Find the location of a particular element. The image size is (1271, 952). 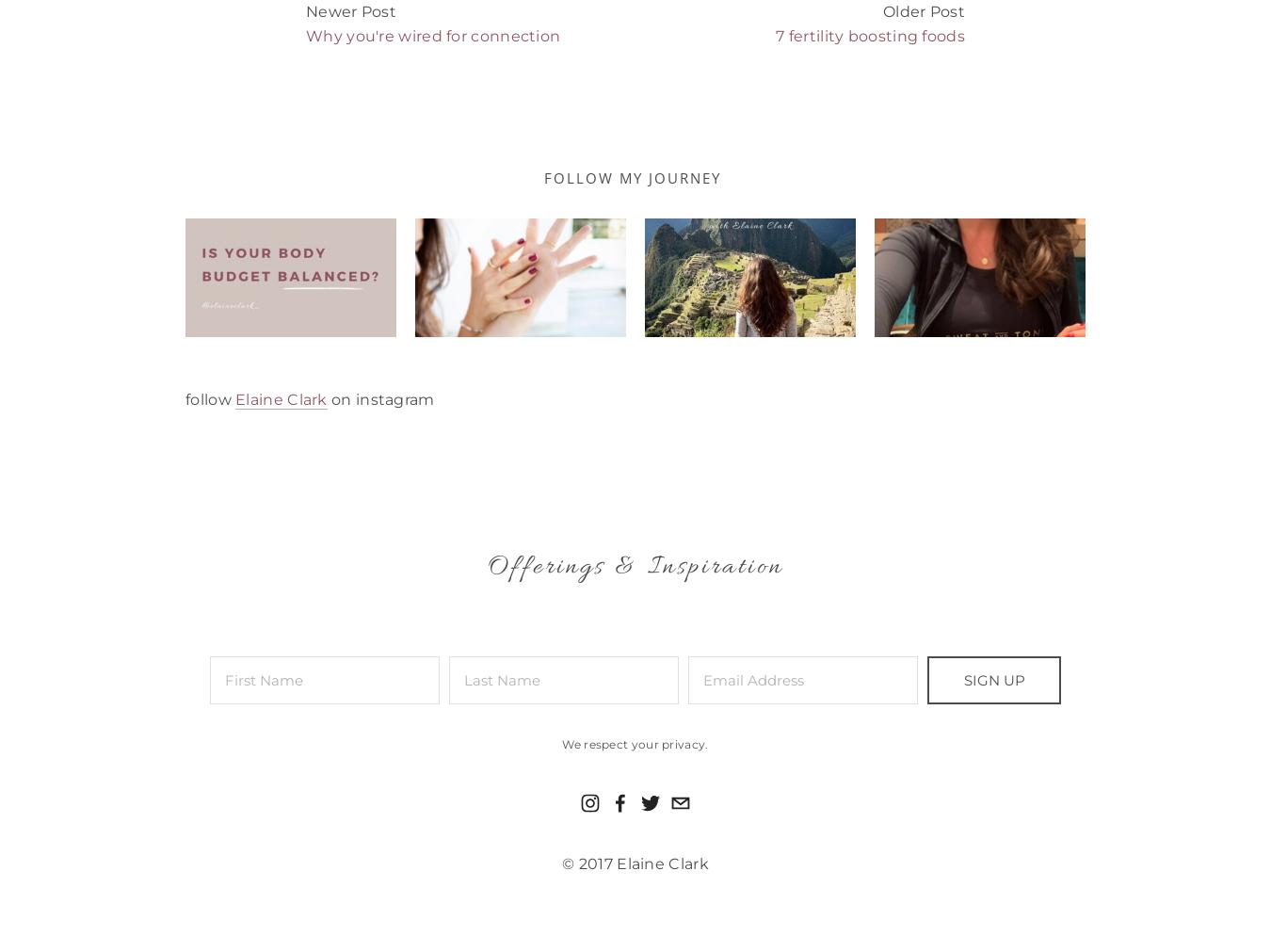

'Elaine Clark' is located at coordinates (234, 397).